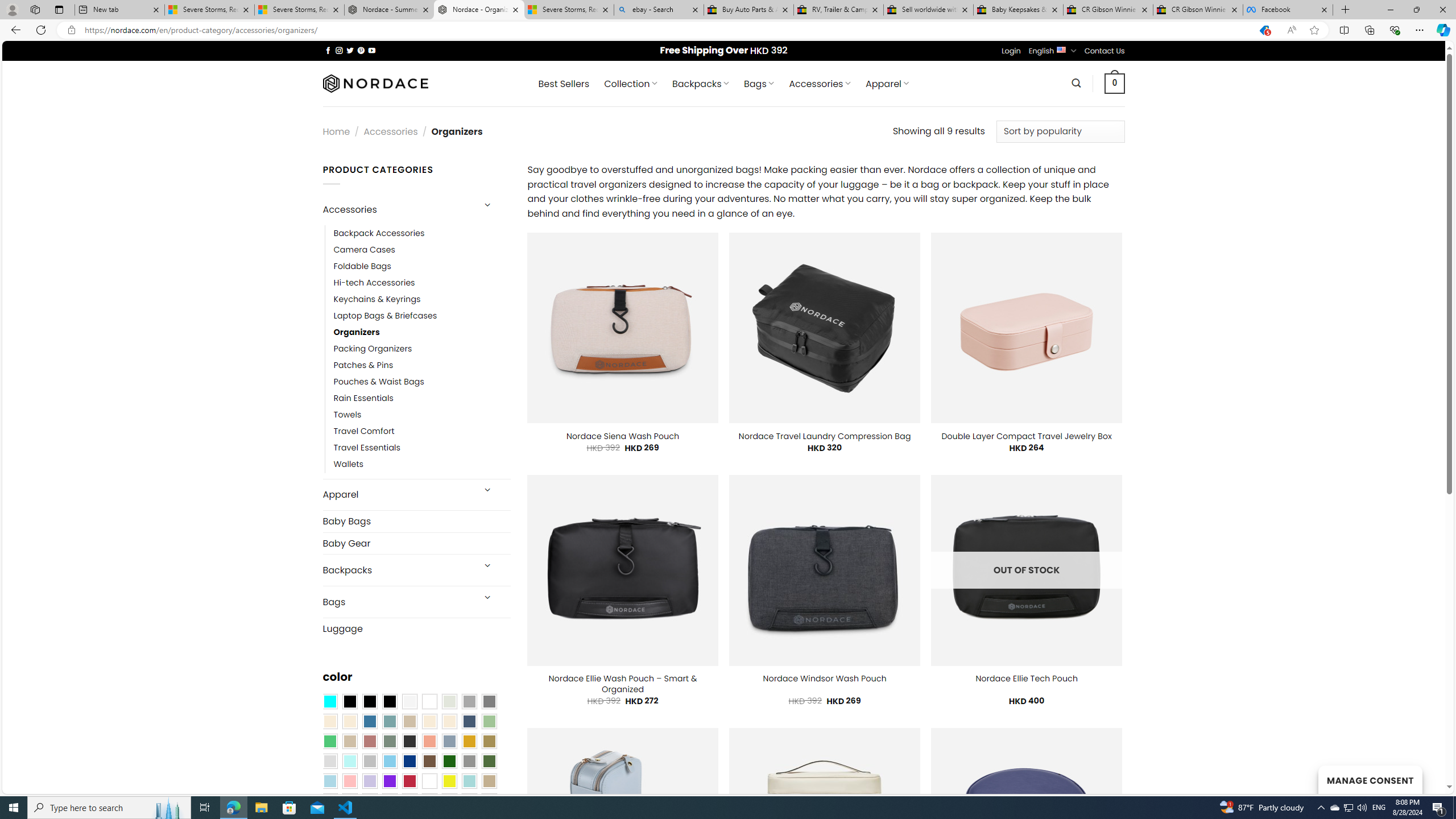 The image size is (1456, 819). Describe the element at coordinates (421, 431) in the screenshot. I see `'Travel Comfort'` at that location.